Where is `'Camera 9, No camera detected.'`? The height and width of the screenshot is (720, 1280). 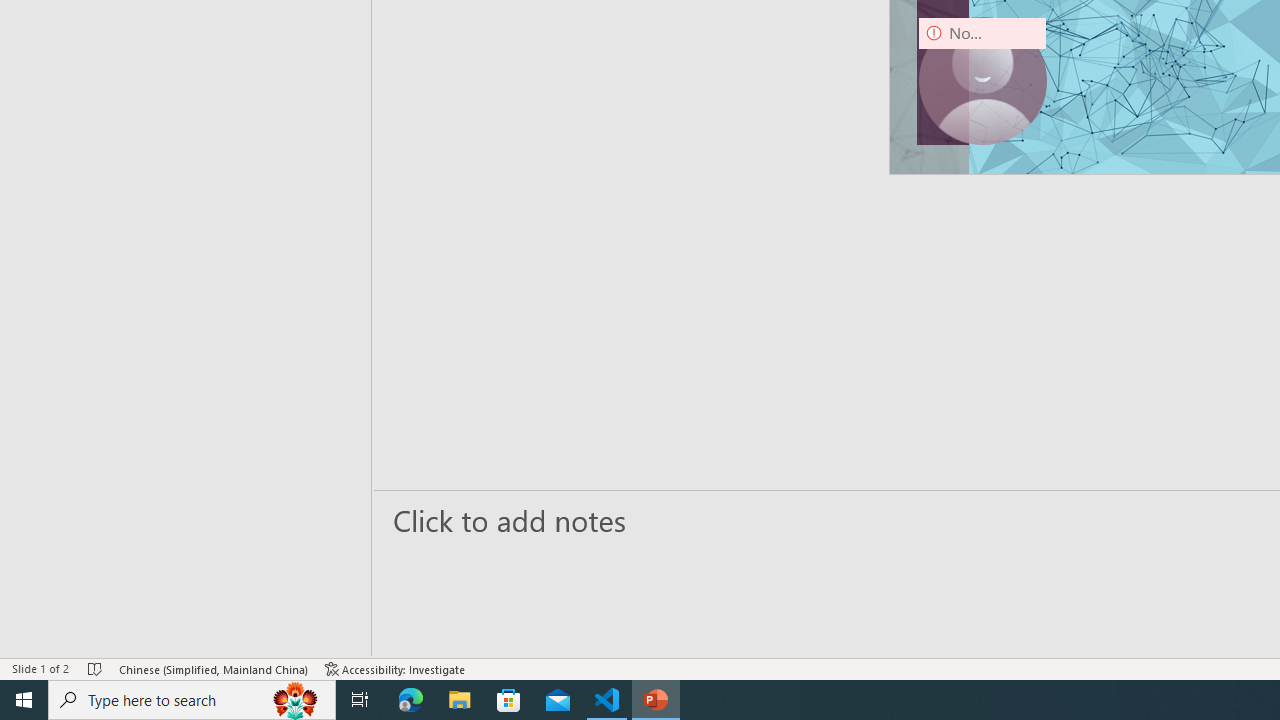
'Camera 9, No camera detected.' is located at coordinates (982, 80).